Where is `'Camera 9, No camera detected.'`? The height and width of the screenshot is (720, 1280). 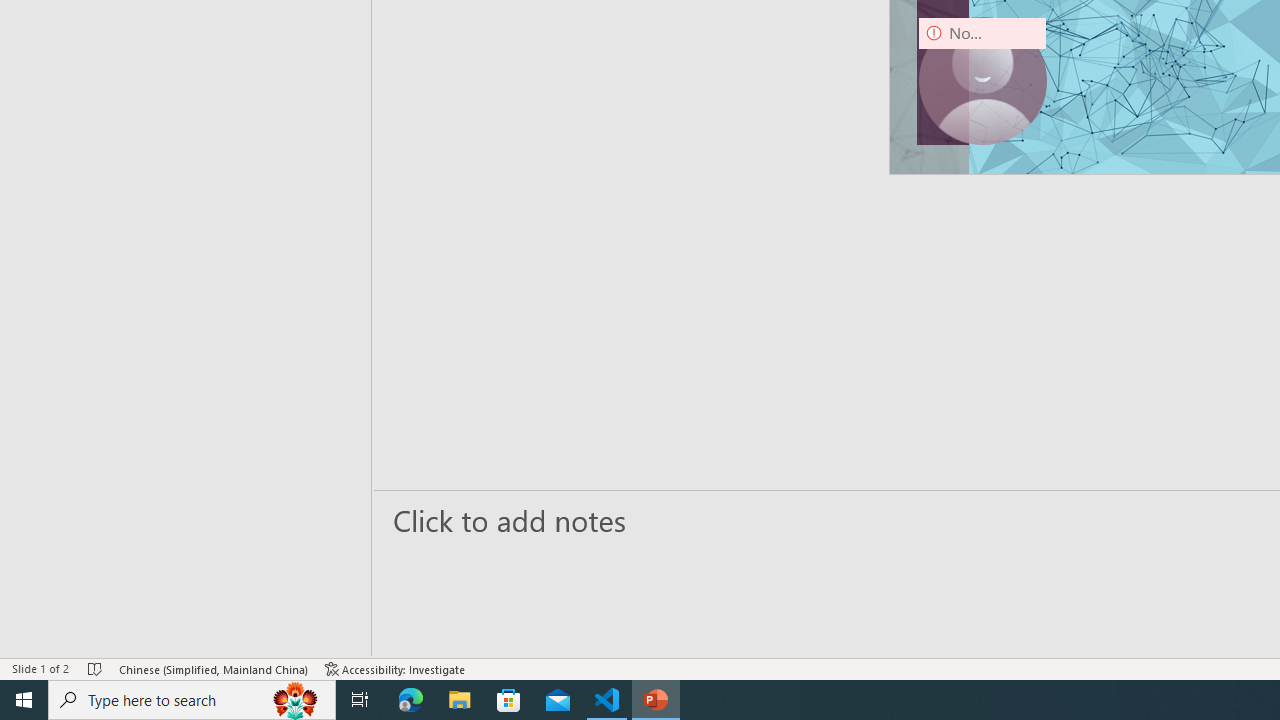
'Camera 9, No camera detected.' is located at coordinates (982, 80).